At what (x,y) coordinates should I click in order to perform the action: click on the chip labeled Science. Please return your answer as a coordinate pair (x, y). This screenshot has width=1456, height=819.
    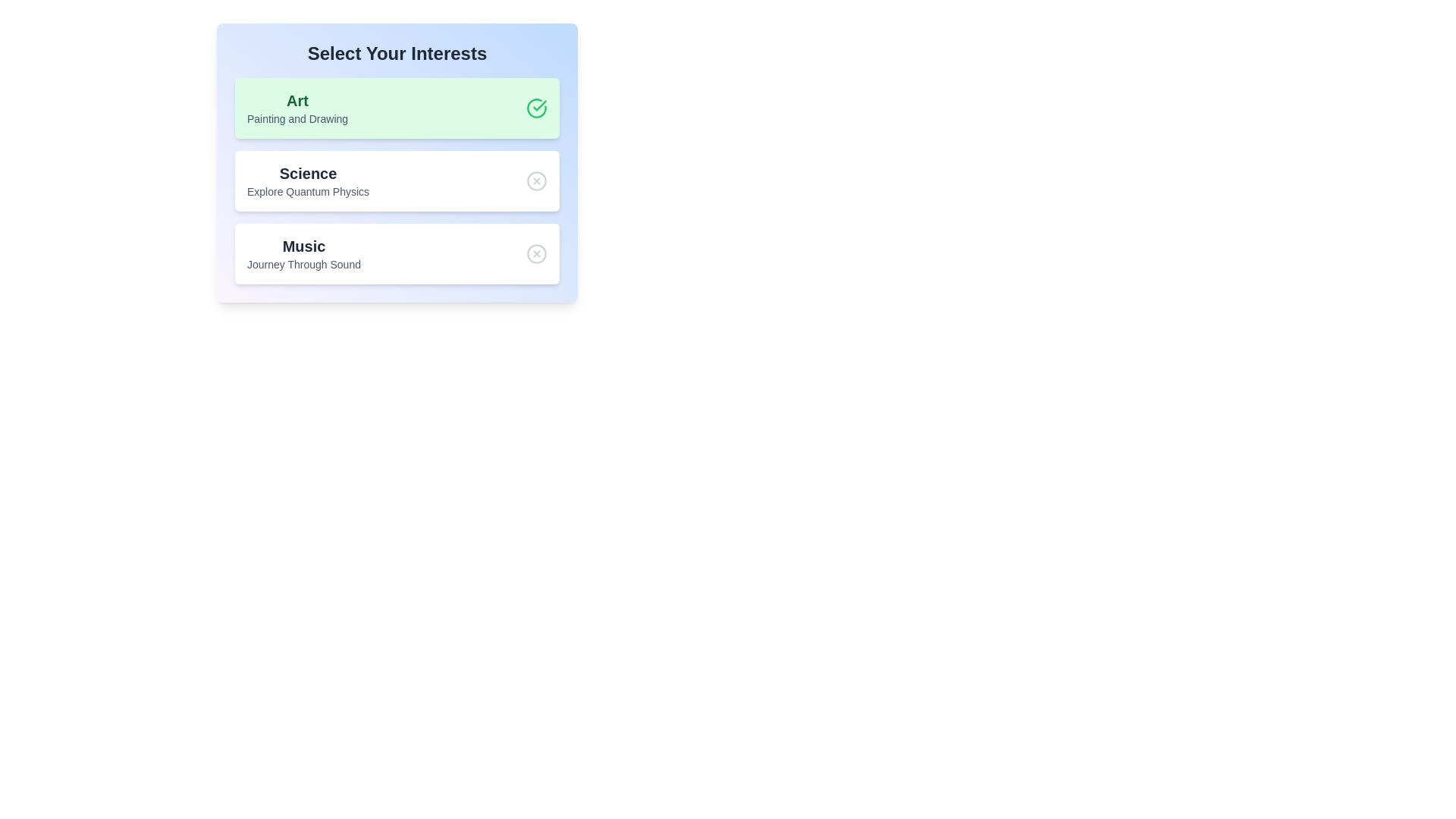
    Looking at the image, I should click on (397, 180).